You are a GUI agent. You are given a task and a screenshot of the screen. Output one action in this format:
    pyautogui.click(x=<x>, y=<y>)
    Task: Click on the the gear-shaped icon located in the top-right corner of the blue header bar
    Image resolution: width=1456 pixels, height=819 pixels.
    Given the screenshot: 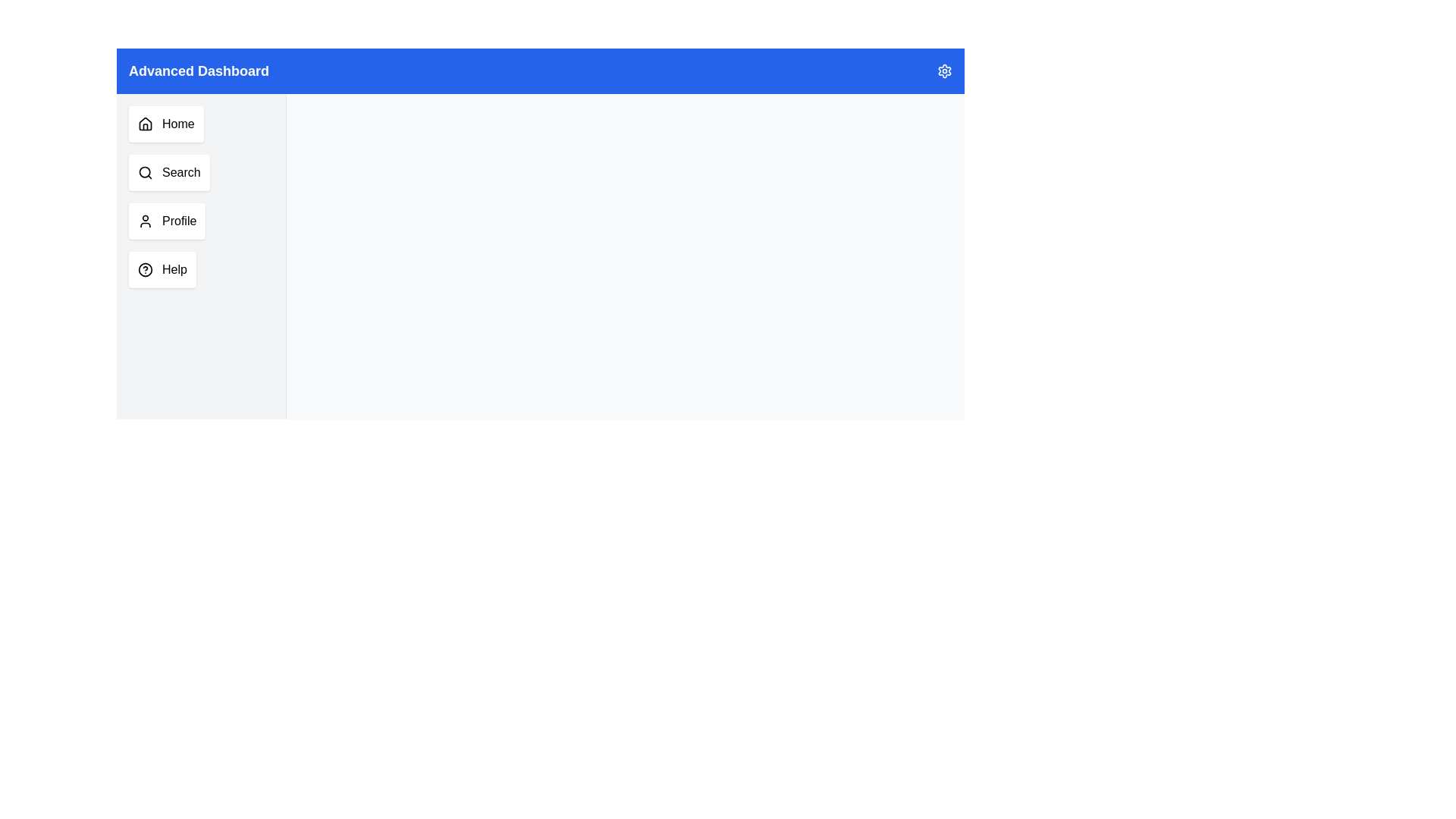 What is the action you would take?
    pyautogui.click(x=944, y=71)
    